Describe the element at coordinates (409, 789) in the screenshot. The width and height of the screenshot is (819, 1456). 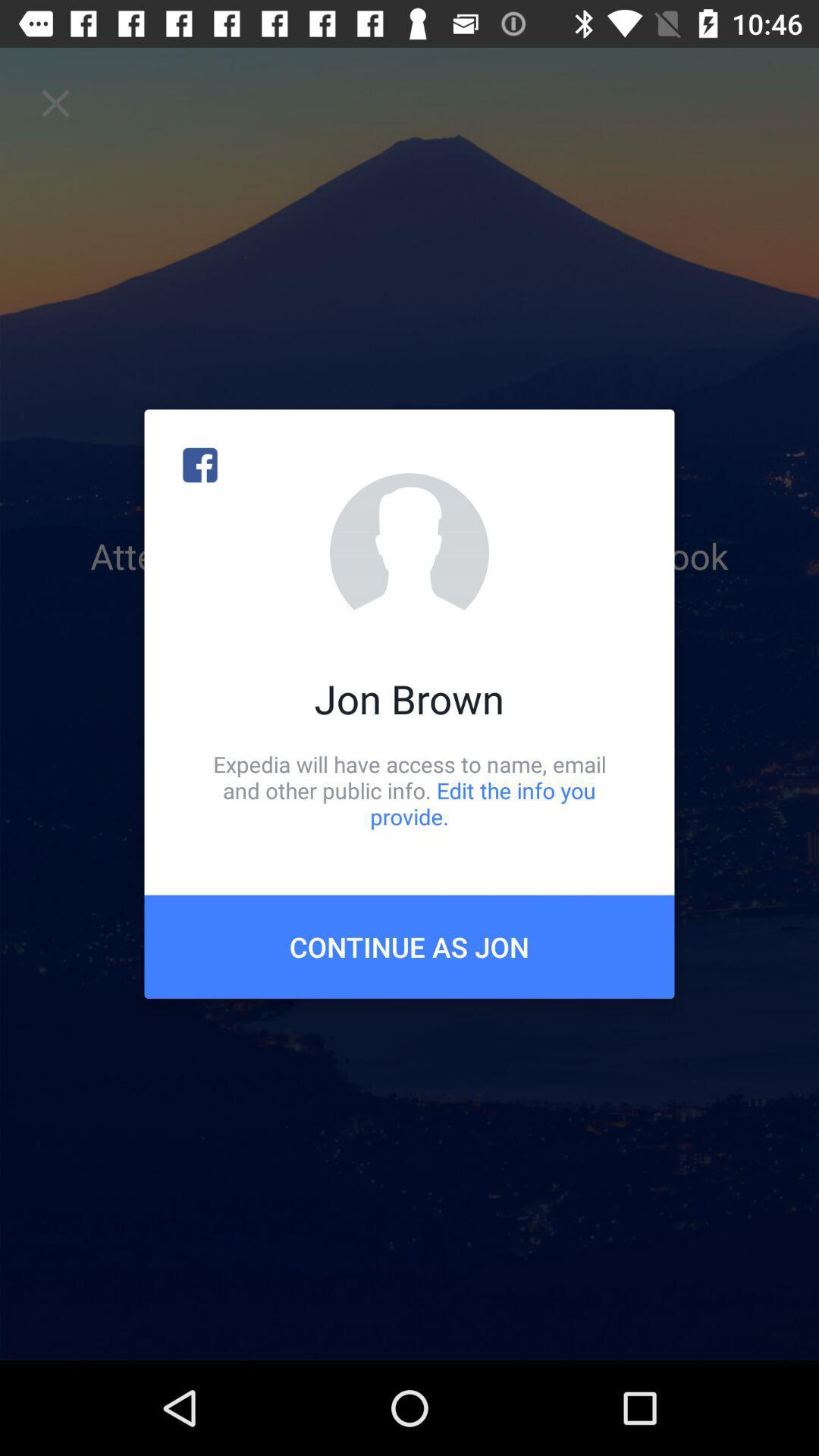
I see `the item above continue as jon item` at that location.